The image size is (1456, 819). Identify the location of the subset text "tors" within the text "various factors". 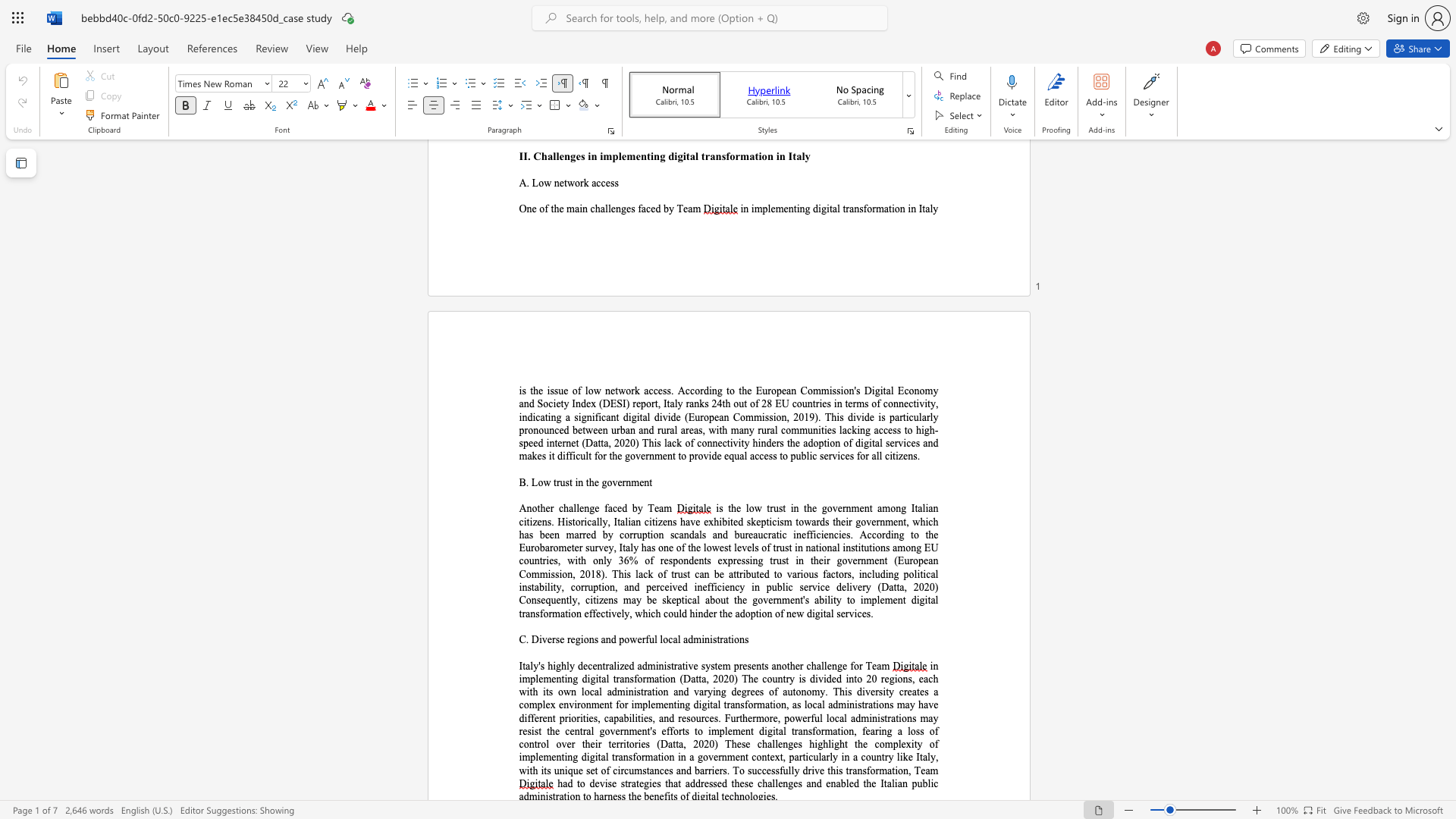
(835, 574).